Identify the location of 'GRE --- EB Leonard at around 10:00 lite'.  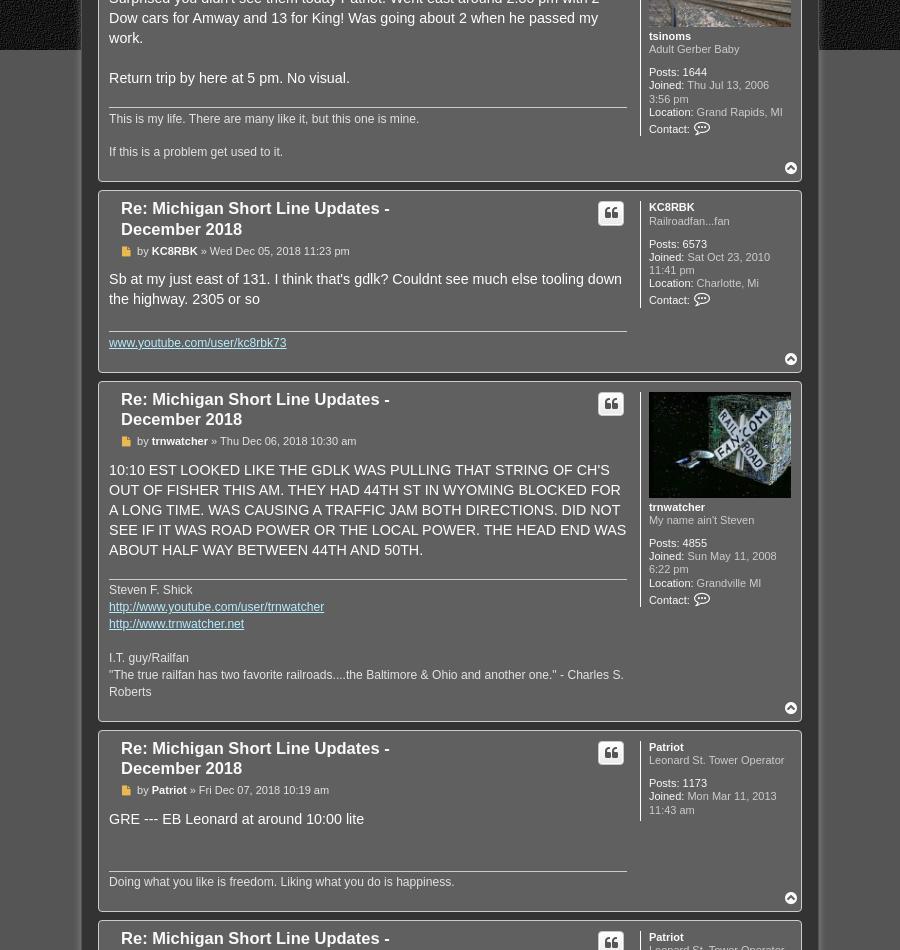
(235, 817).